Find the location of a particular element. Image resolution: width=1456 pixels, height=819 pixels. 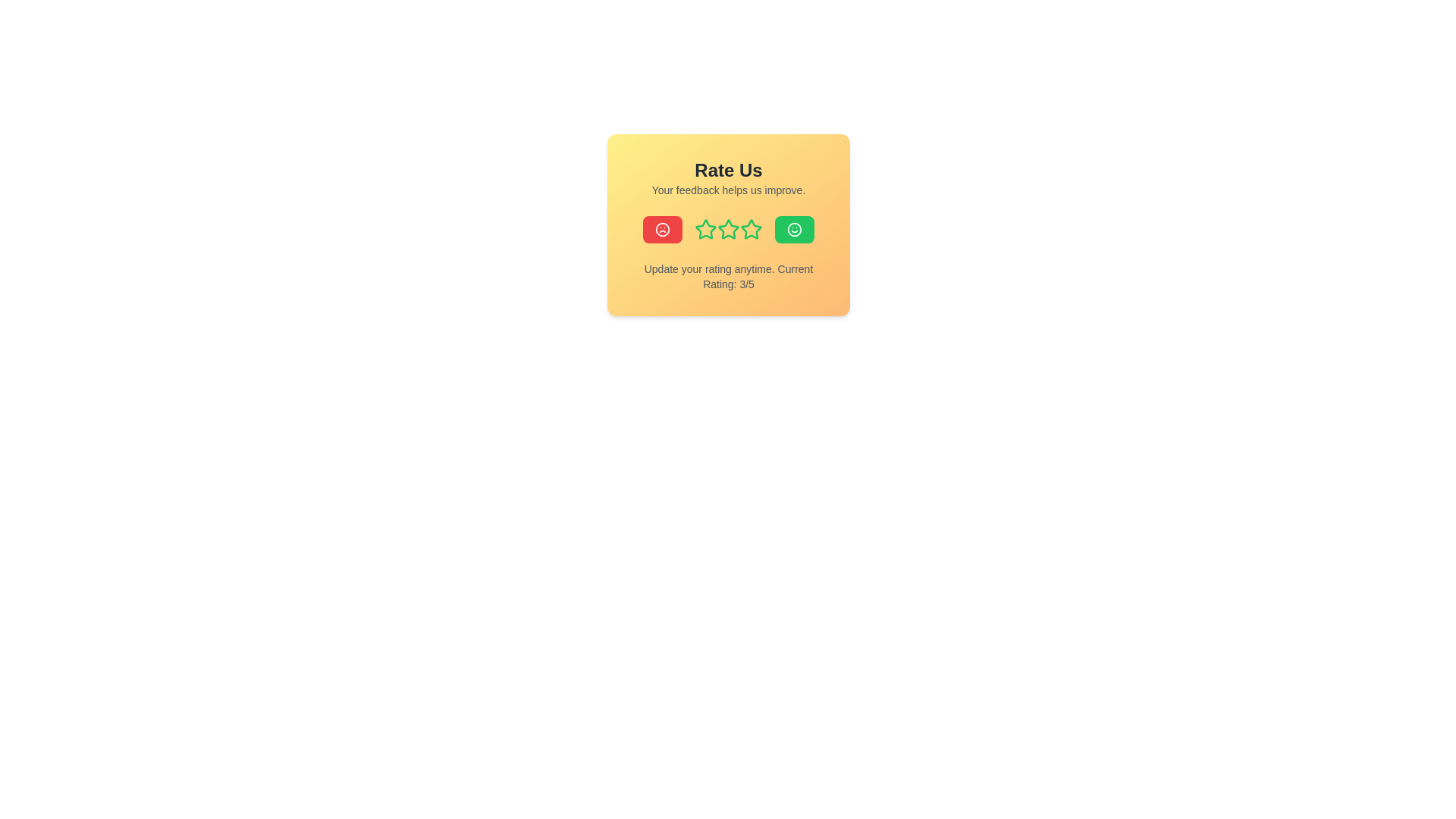

the third star icon in the rating interface is located at coordinates (728, 230).